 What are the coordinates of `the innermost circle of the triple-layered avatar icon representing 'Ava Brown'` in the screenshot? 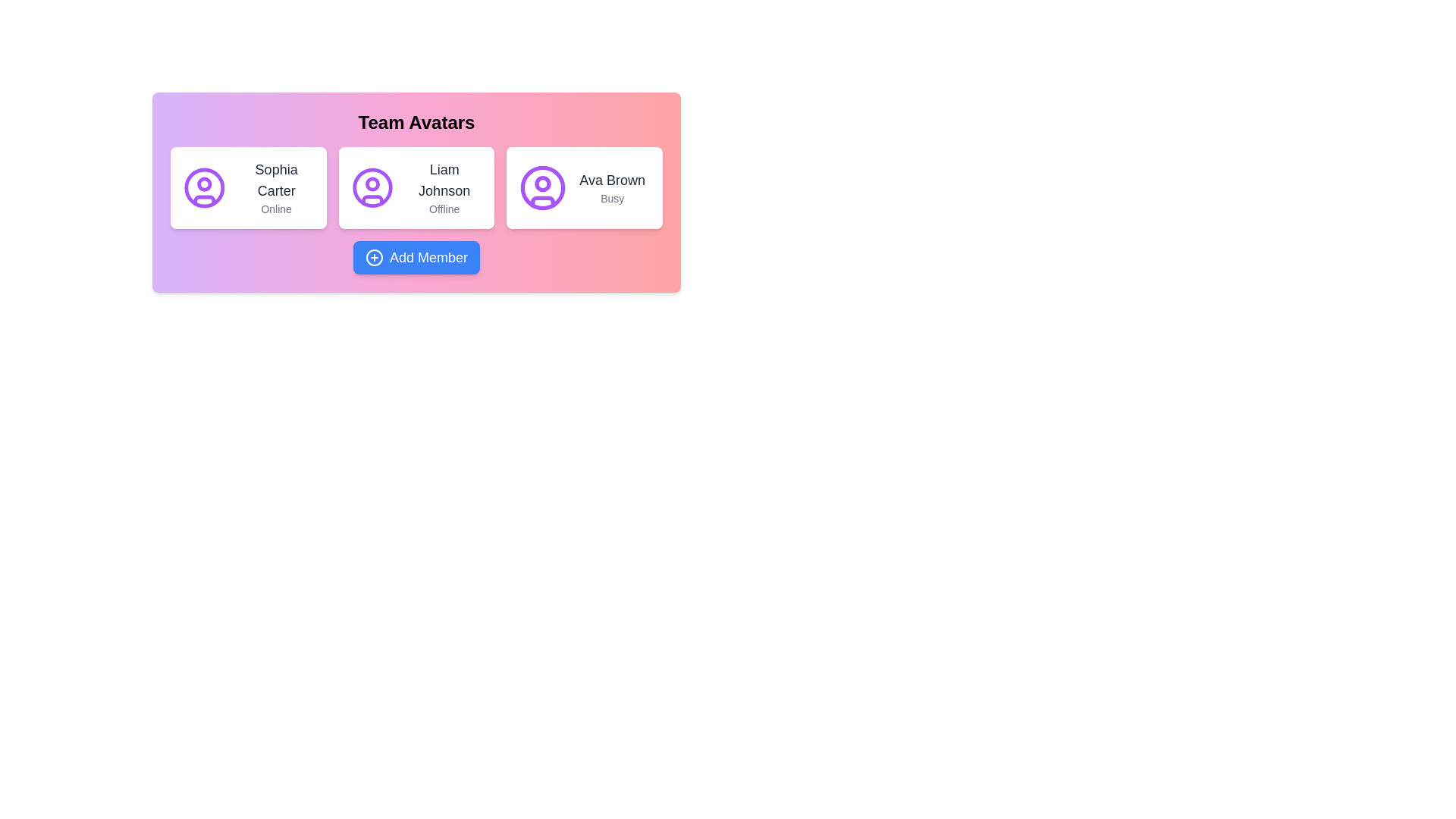 It's located at (543, 187).